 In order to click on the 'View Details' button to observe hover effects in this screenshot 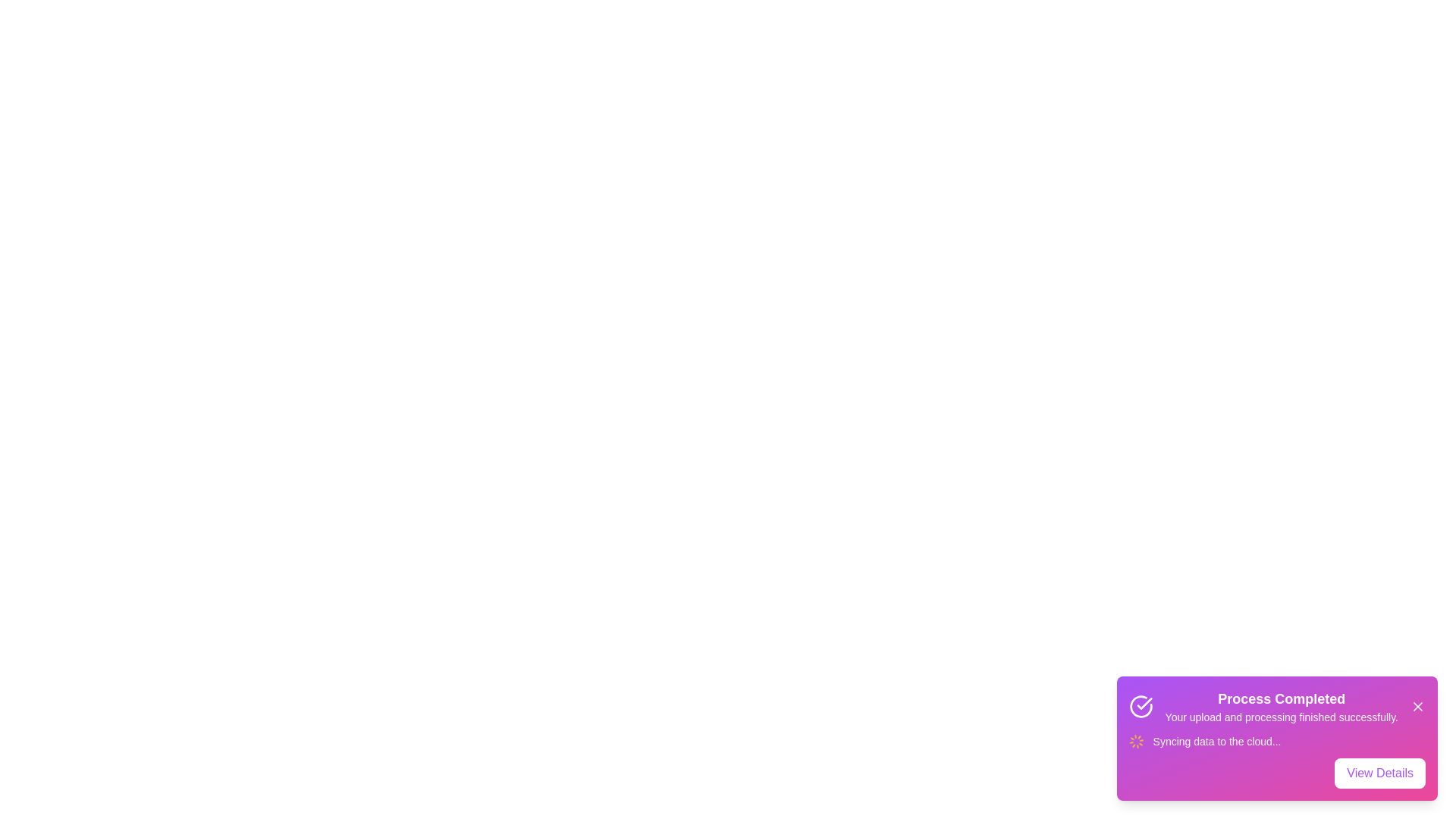, I will do `click(1380, 773)`.